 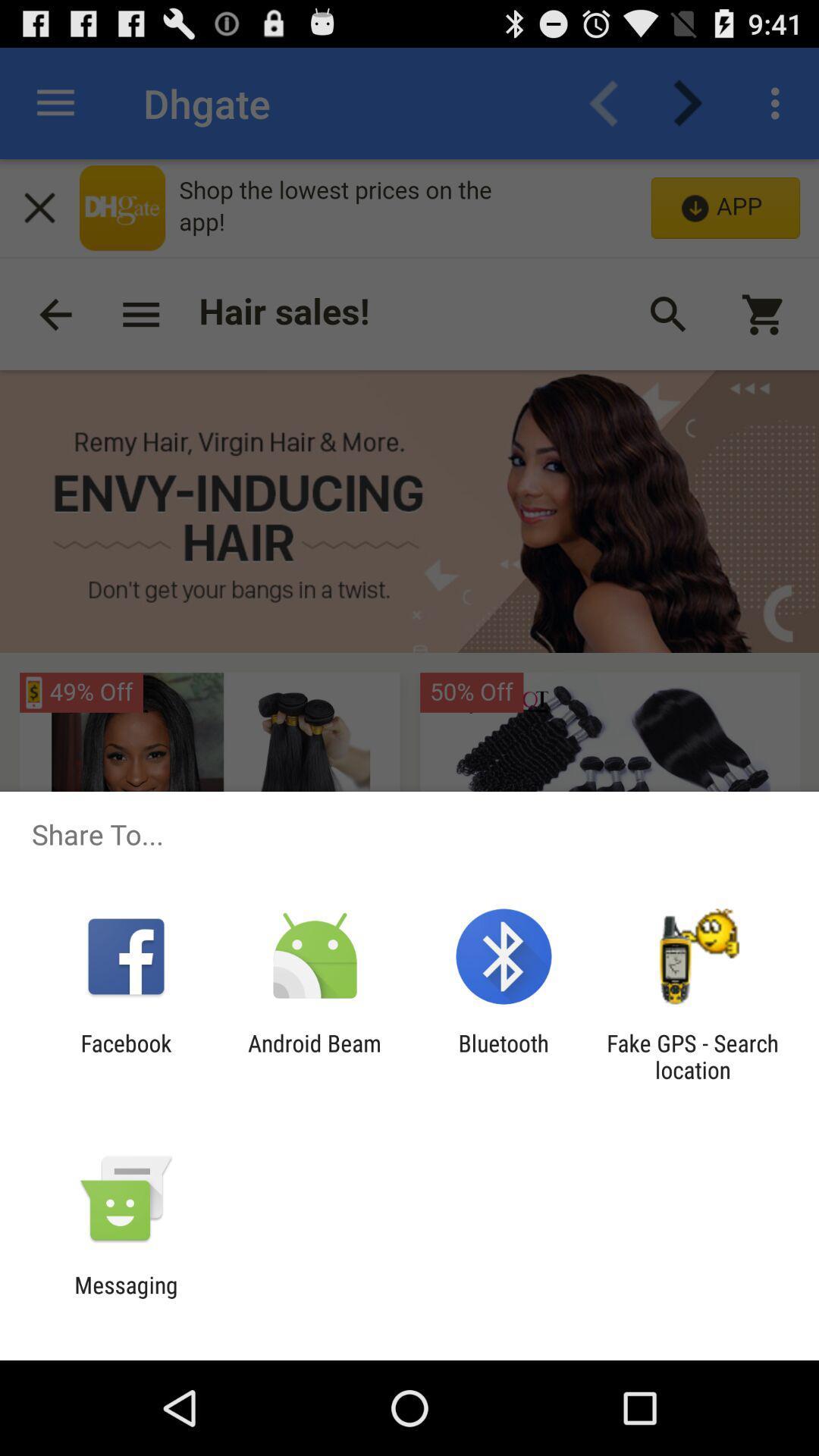 What do you see at coordinates (314, 1056) in the screenshot?
I see `the icon to the left of the bluetooth icon` at bounding box center [314, 1056].